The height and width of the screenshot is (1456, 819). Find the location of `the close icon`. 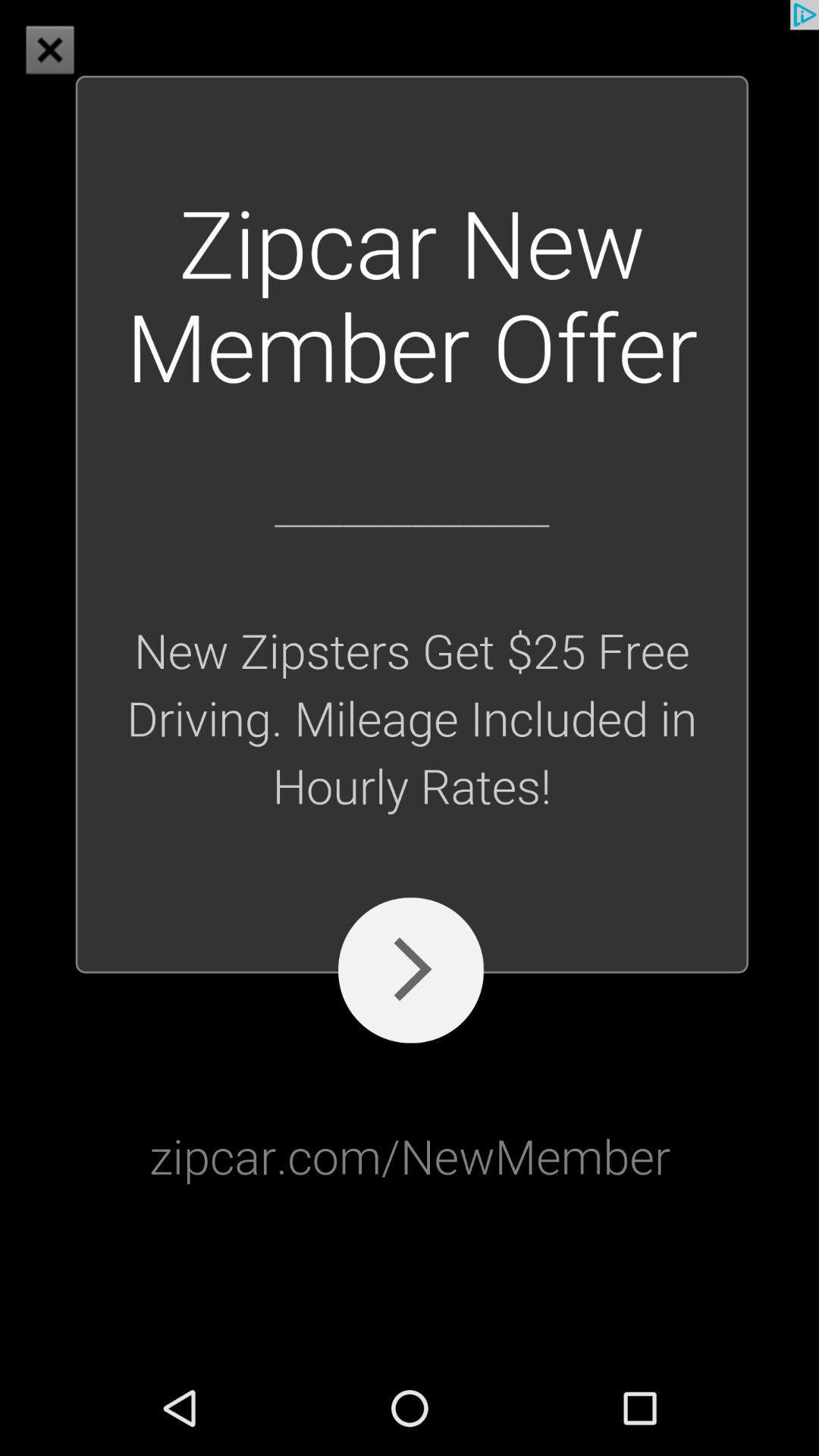

the close icon is located at coordinates (49, 53).